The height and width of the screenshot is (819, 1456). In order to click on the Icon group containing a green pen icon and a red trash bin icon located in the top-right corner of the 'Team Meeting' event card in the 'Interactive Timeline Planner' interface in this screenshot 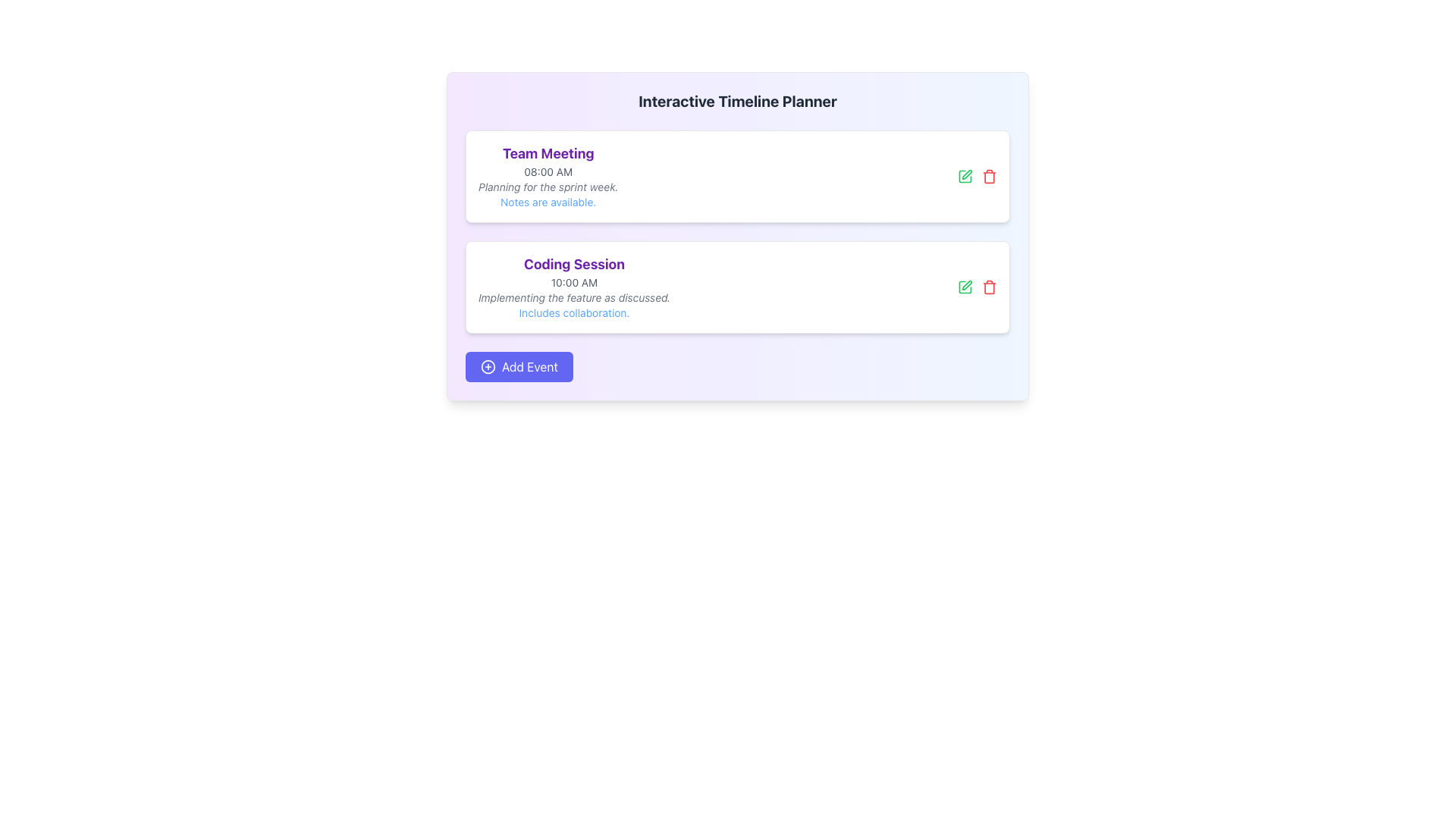, I will do `click(977, 175)`.